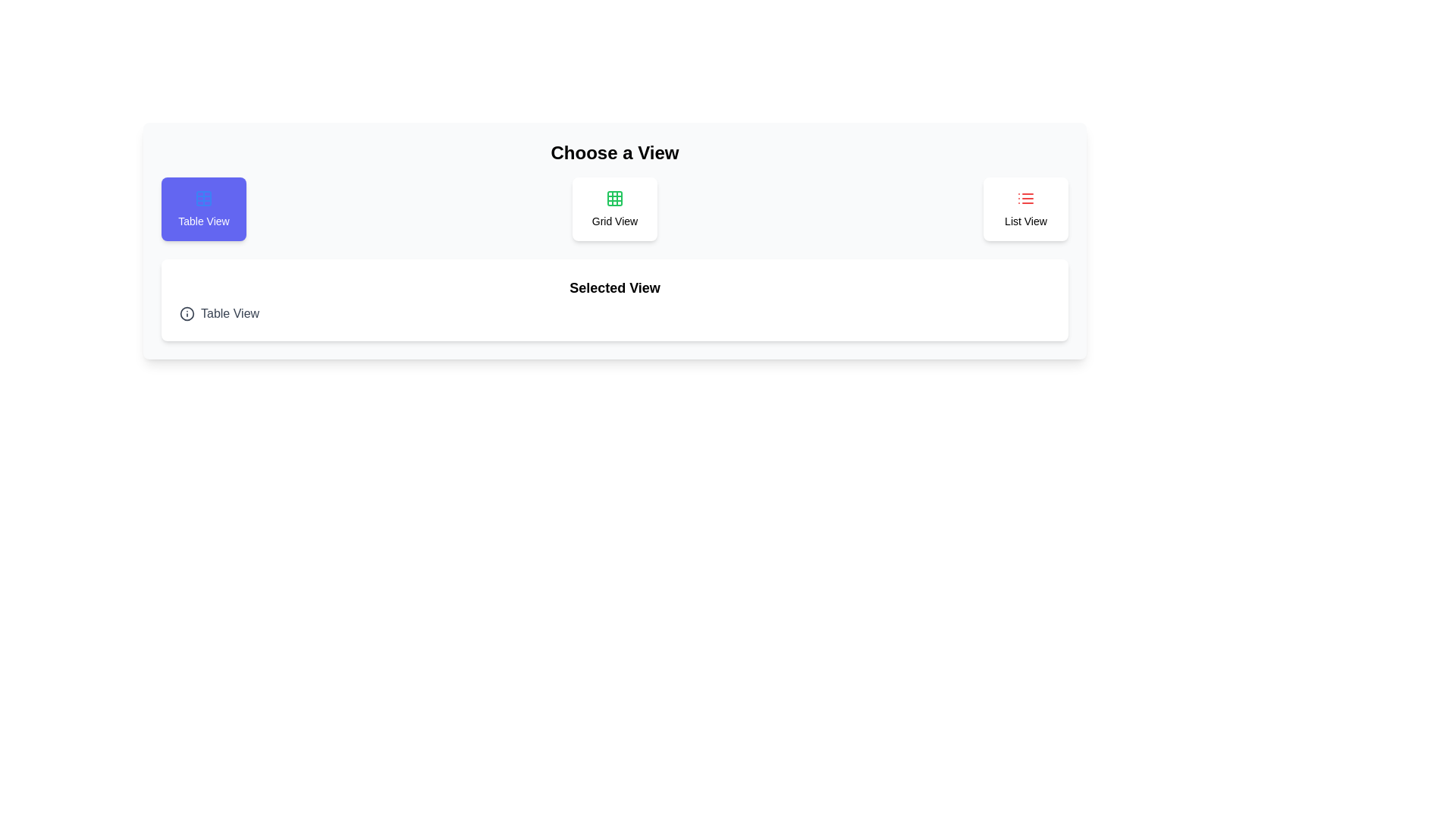 This screenshot has width=1456, height=819. Describe the element at coordinates (202, 209) in the screenshot. I see `the first button in the row to switch the interface to a table view` at that location.